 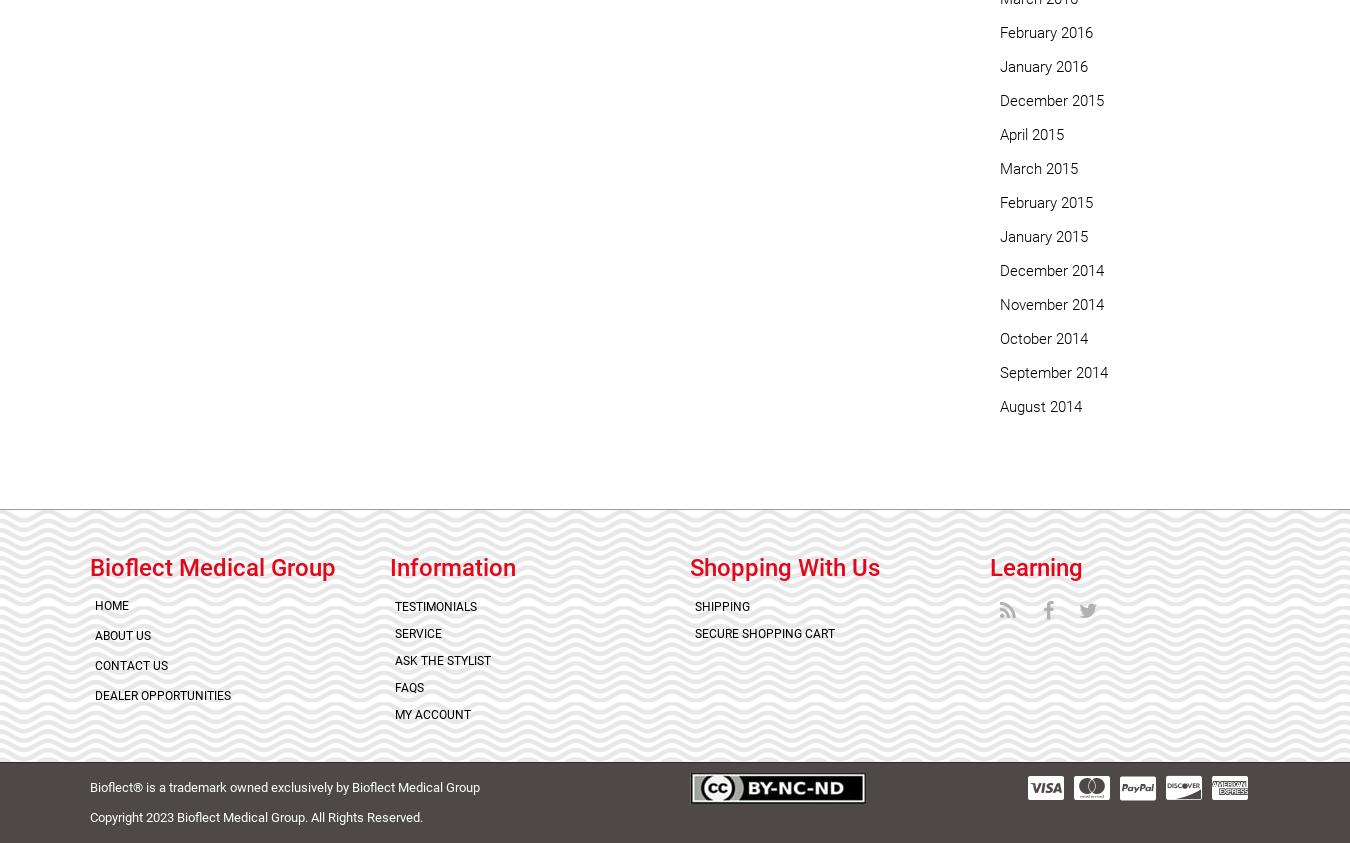 What do you see at coordinates (1043, 65) in the screenshot?
I see `'January 2016'` at bounding box center [1043, 65].